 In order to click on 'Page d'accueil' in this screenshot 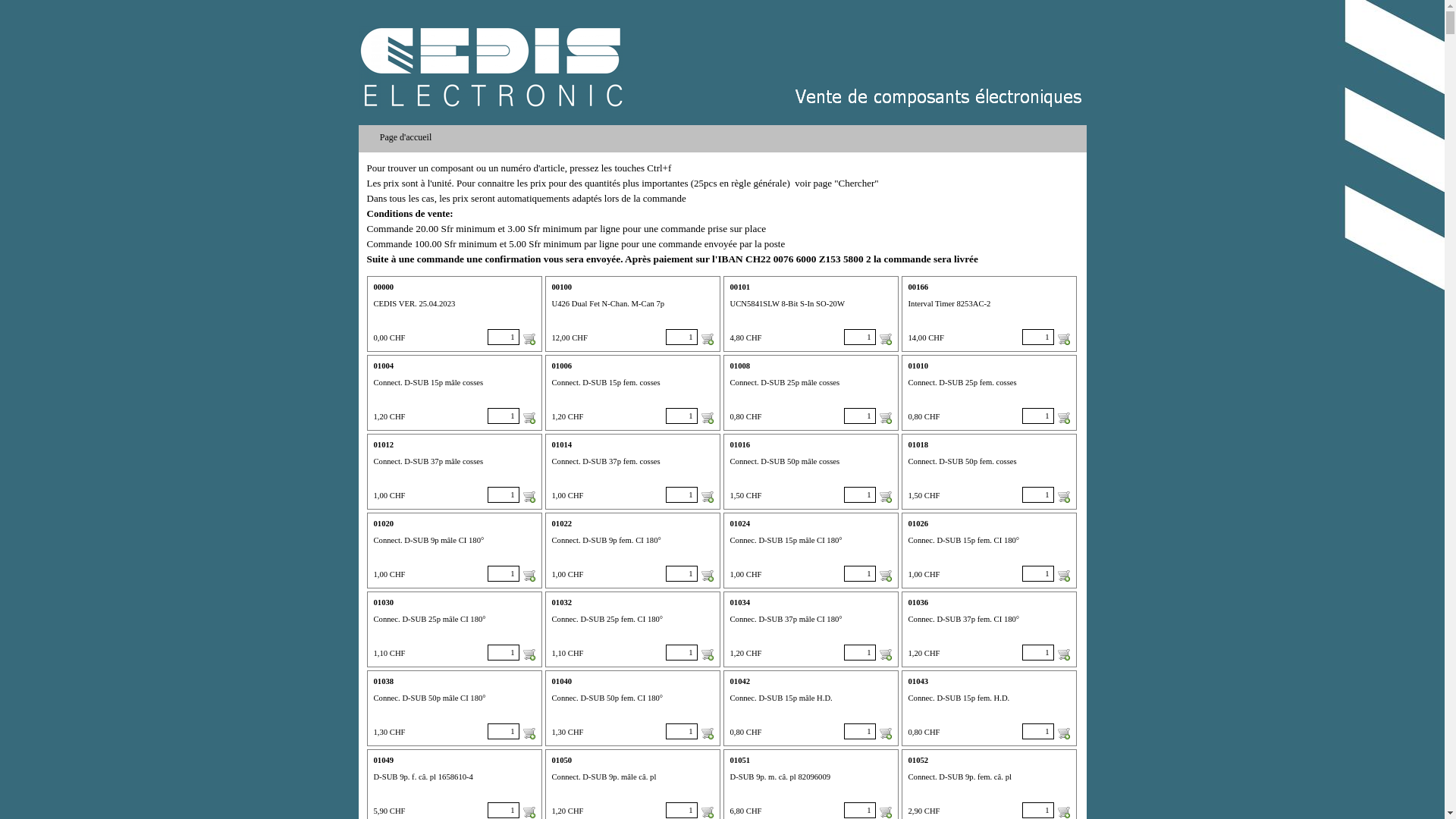, I will do `click(362, 137)`.